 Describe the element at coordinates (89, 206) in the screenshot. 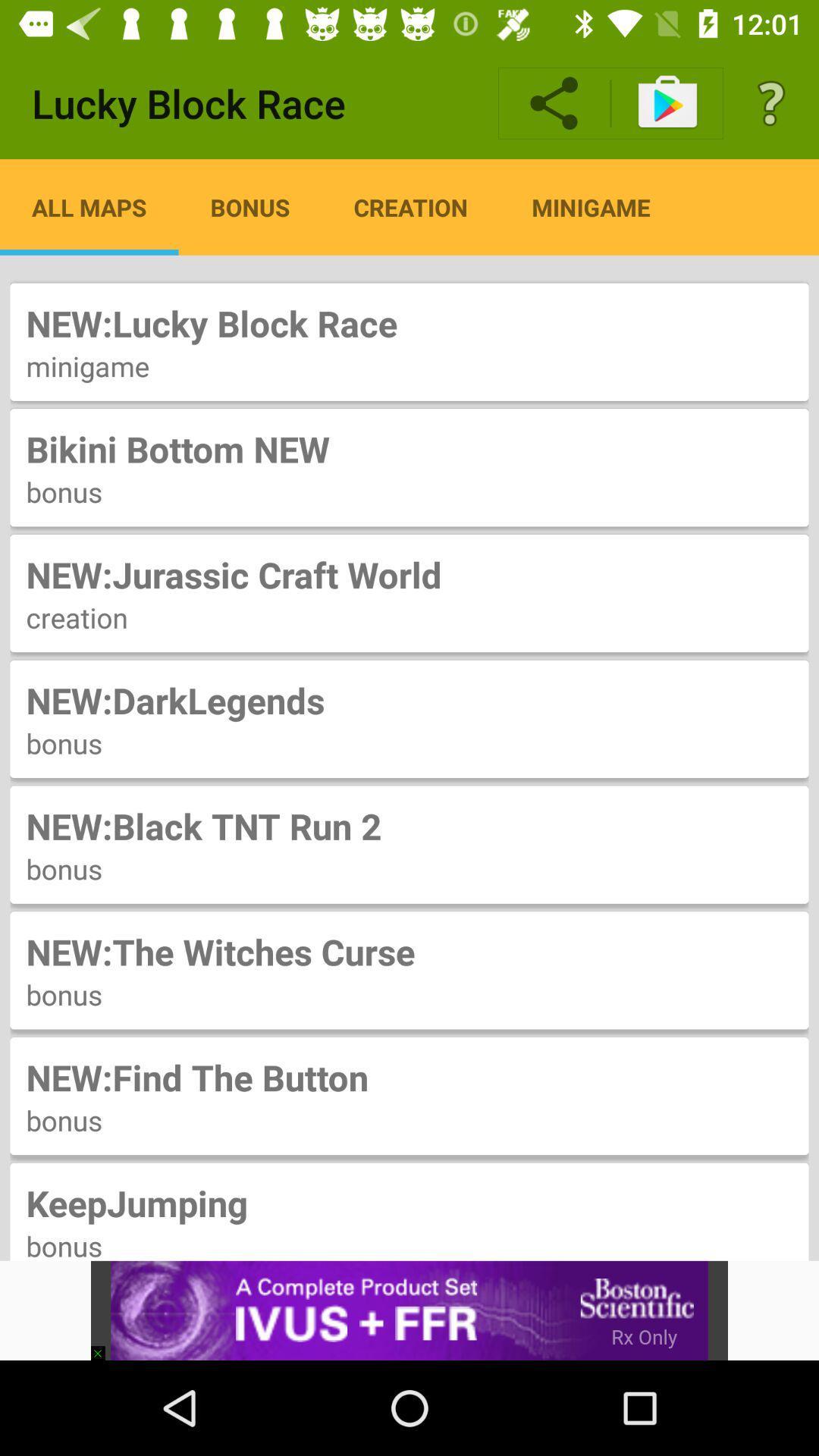

I see `the all maps icon` at that location.